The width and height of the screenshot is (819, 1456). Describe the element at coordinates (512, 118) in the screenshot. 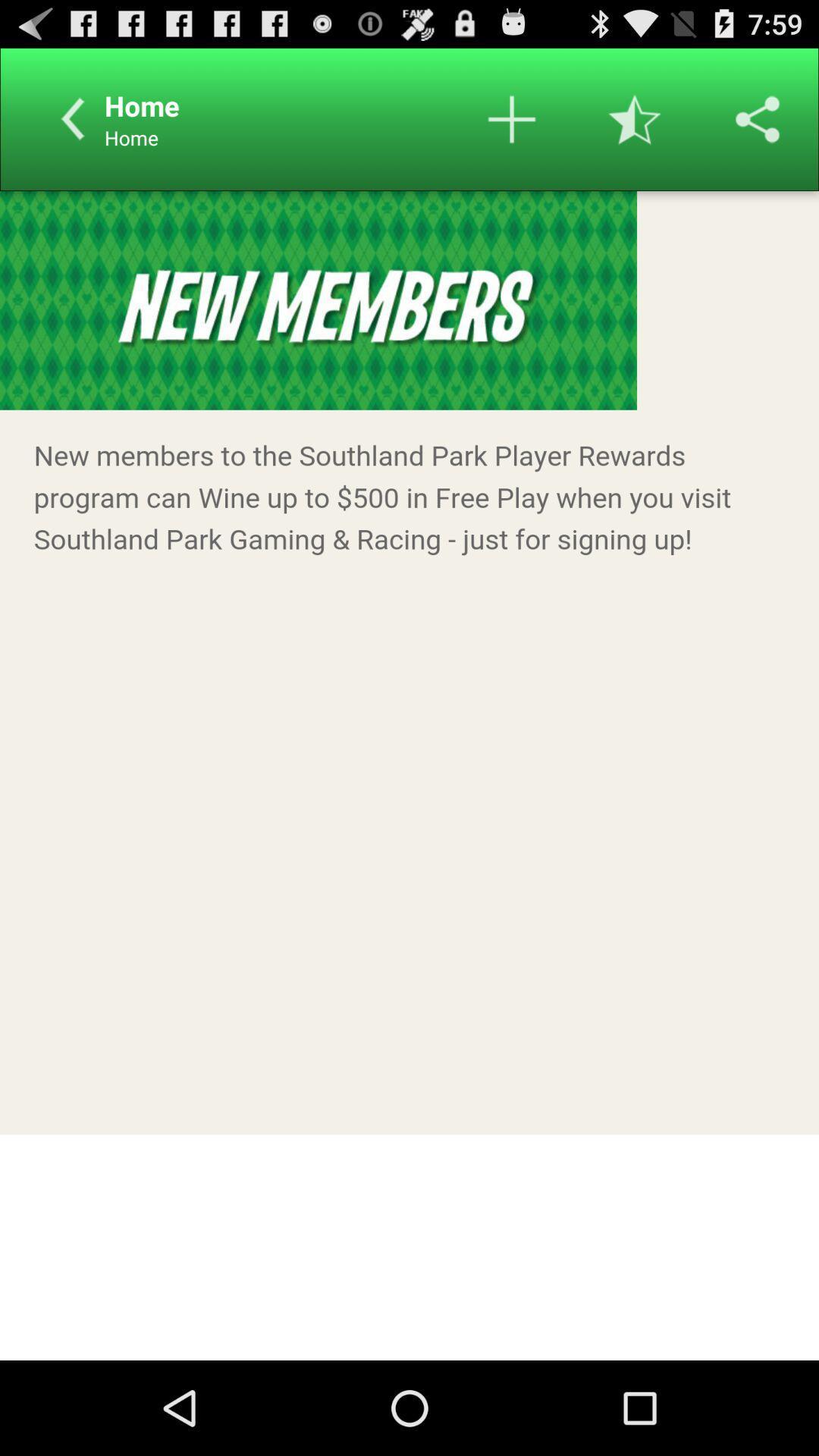

I see `item option` at that location.